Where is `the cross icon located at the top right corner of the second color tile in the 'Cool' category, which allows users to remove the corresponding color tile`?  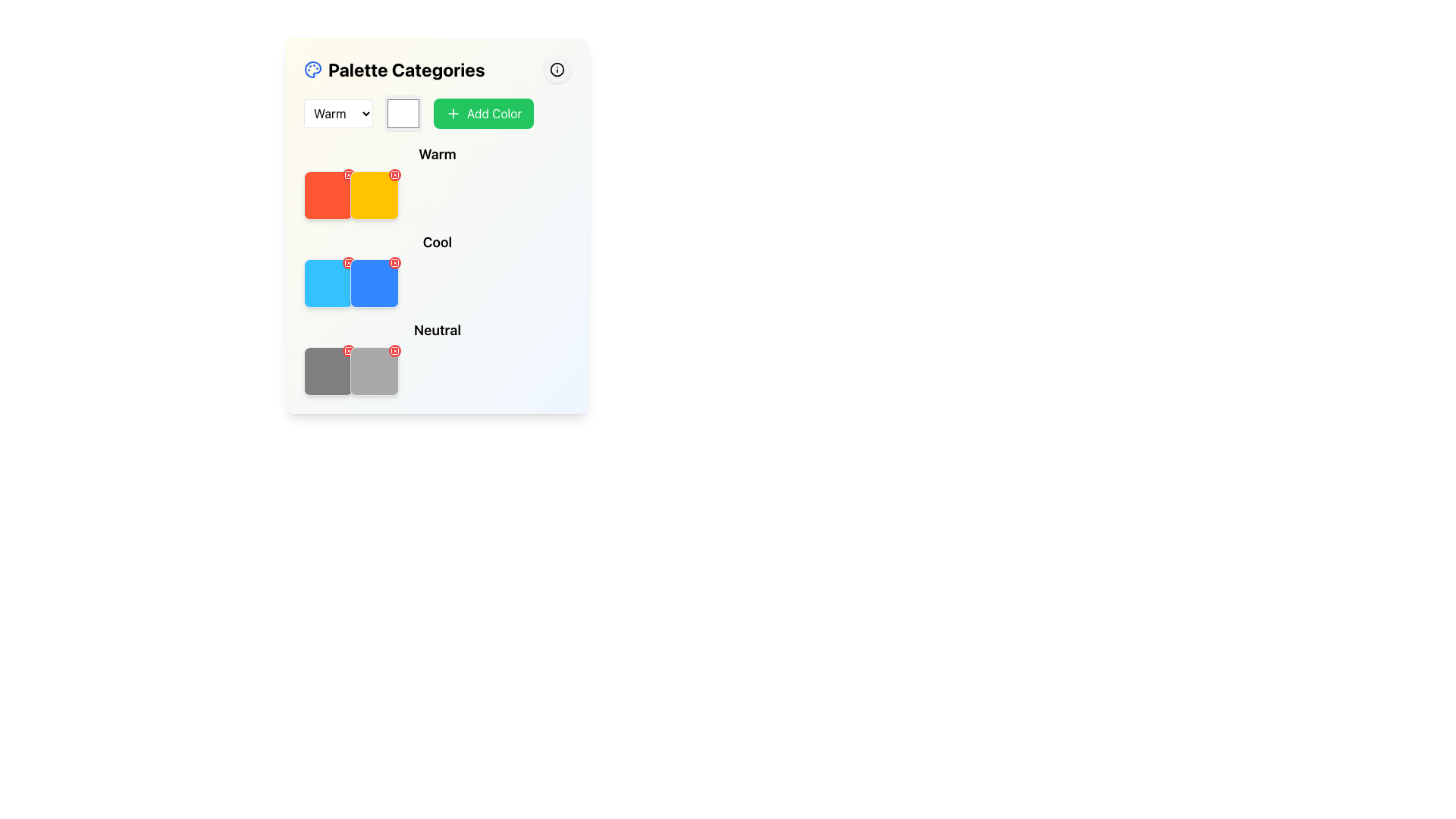
the cross icon located at the top right corner of the second color tile in the 'Cool' category, which allows users to remove the corresponding color tile is located at coordinates (395, 262).